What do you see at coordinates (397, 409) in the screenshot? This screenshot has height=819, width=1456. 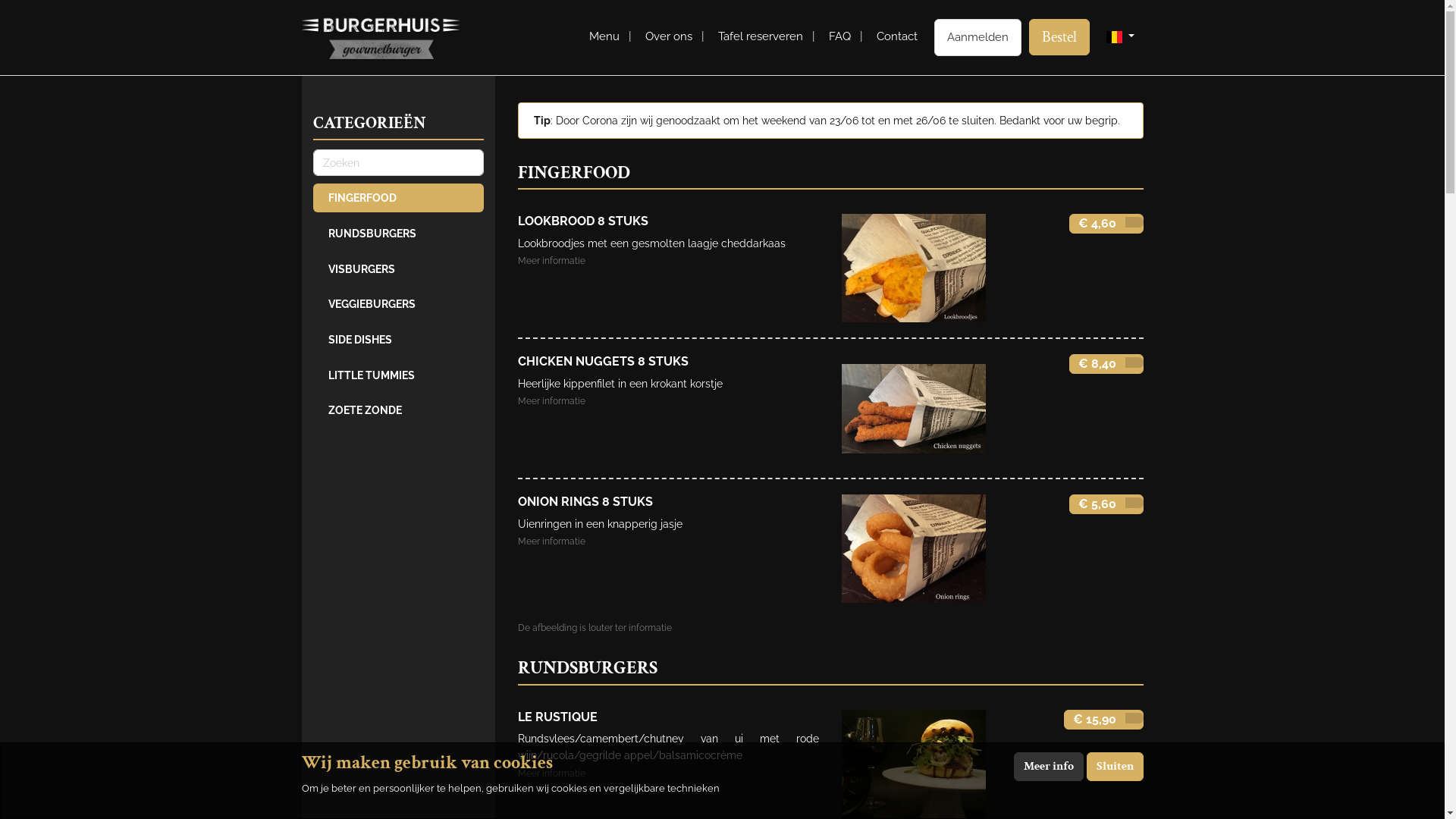 I see `'ZOETE ZONDE'` at bounding box center [397, 409].